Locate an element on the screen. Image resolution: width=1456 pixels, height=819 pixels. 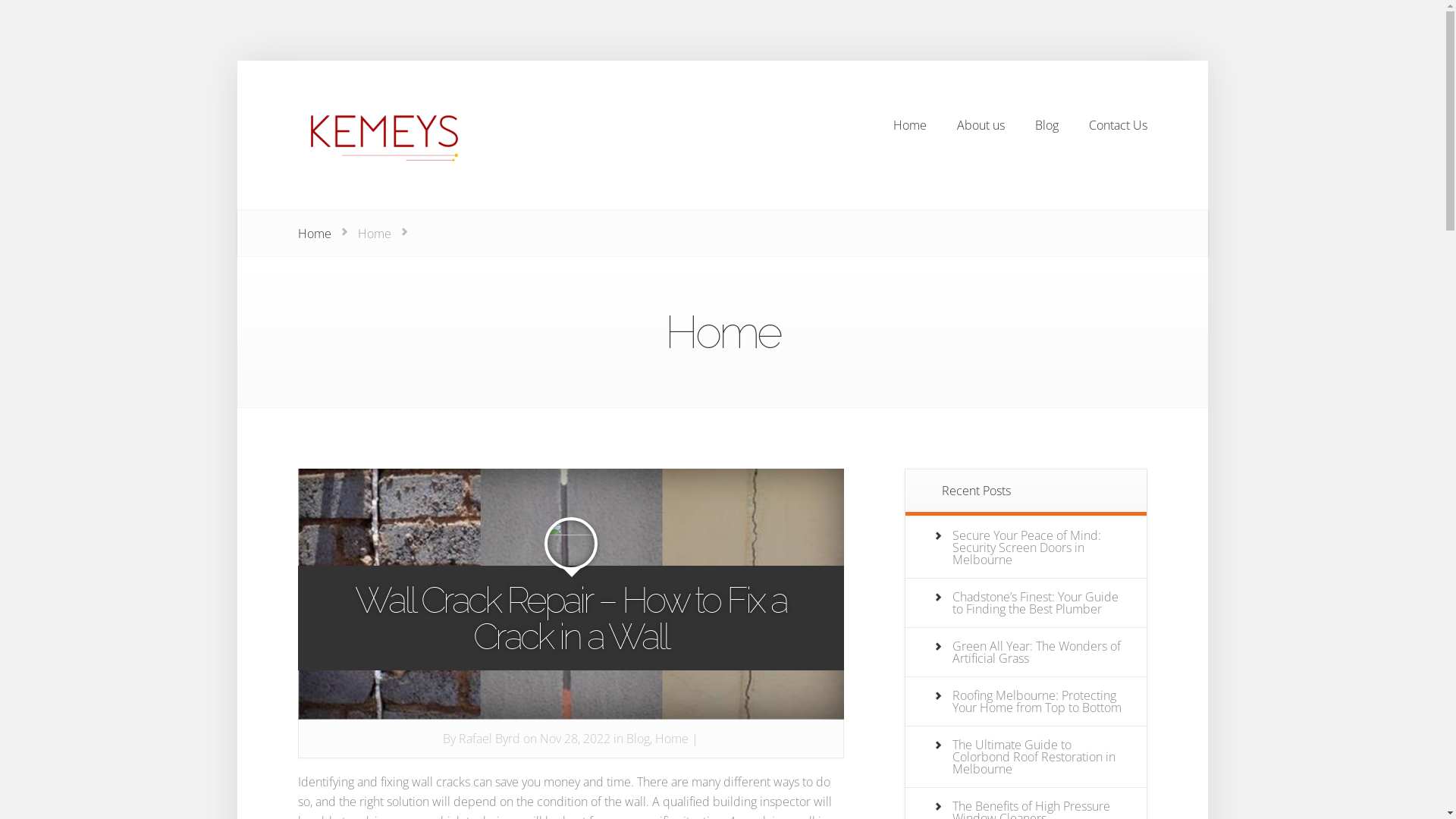
'Contact Us' is located at coordinates (1118, 124).